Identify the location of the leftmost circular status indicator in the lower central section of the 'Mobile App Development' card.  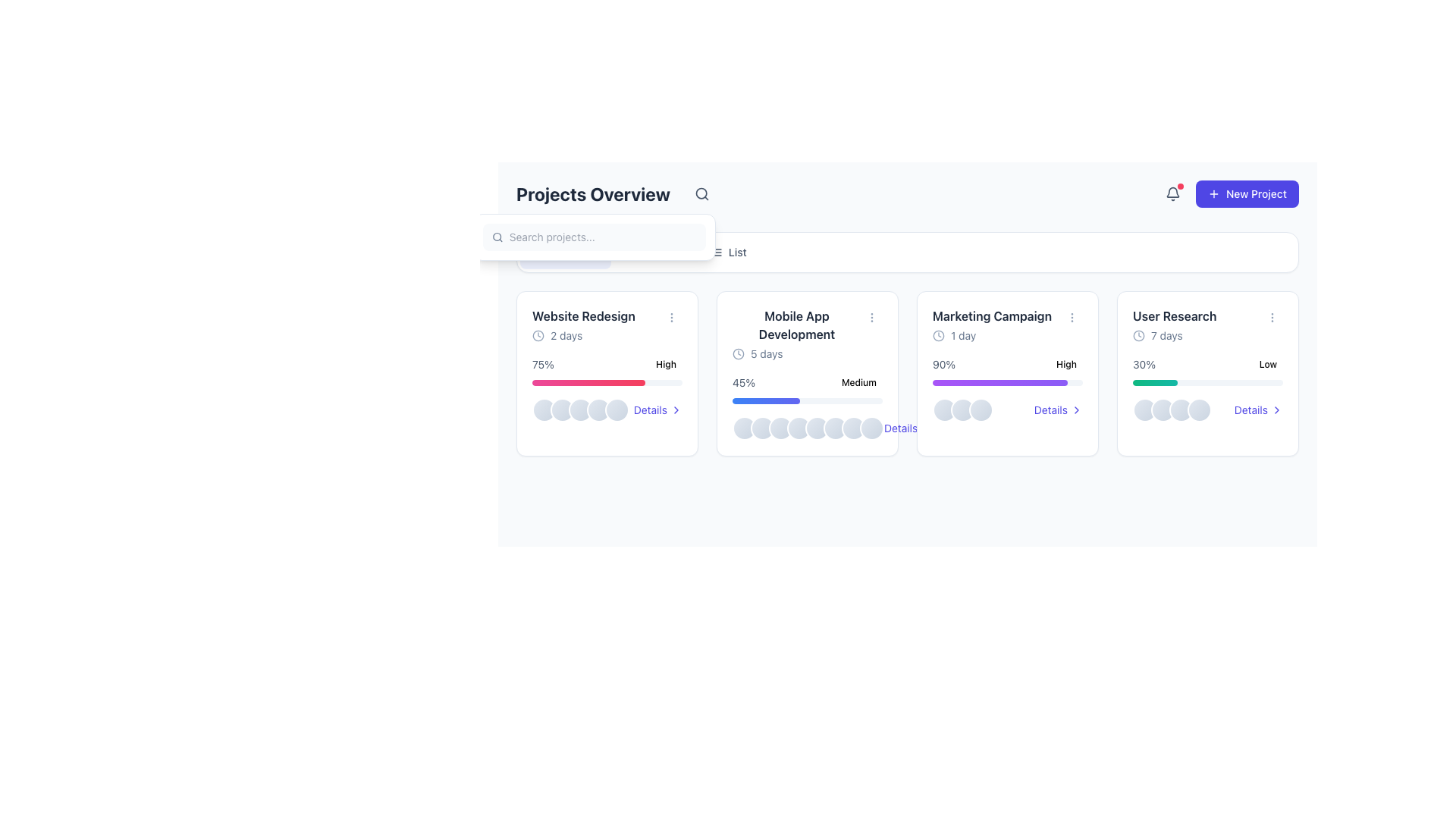
(745, 428).